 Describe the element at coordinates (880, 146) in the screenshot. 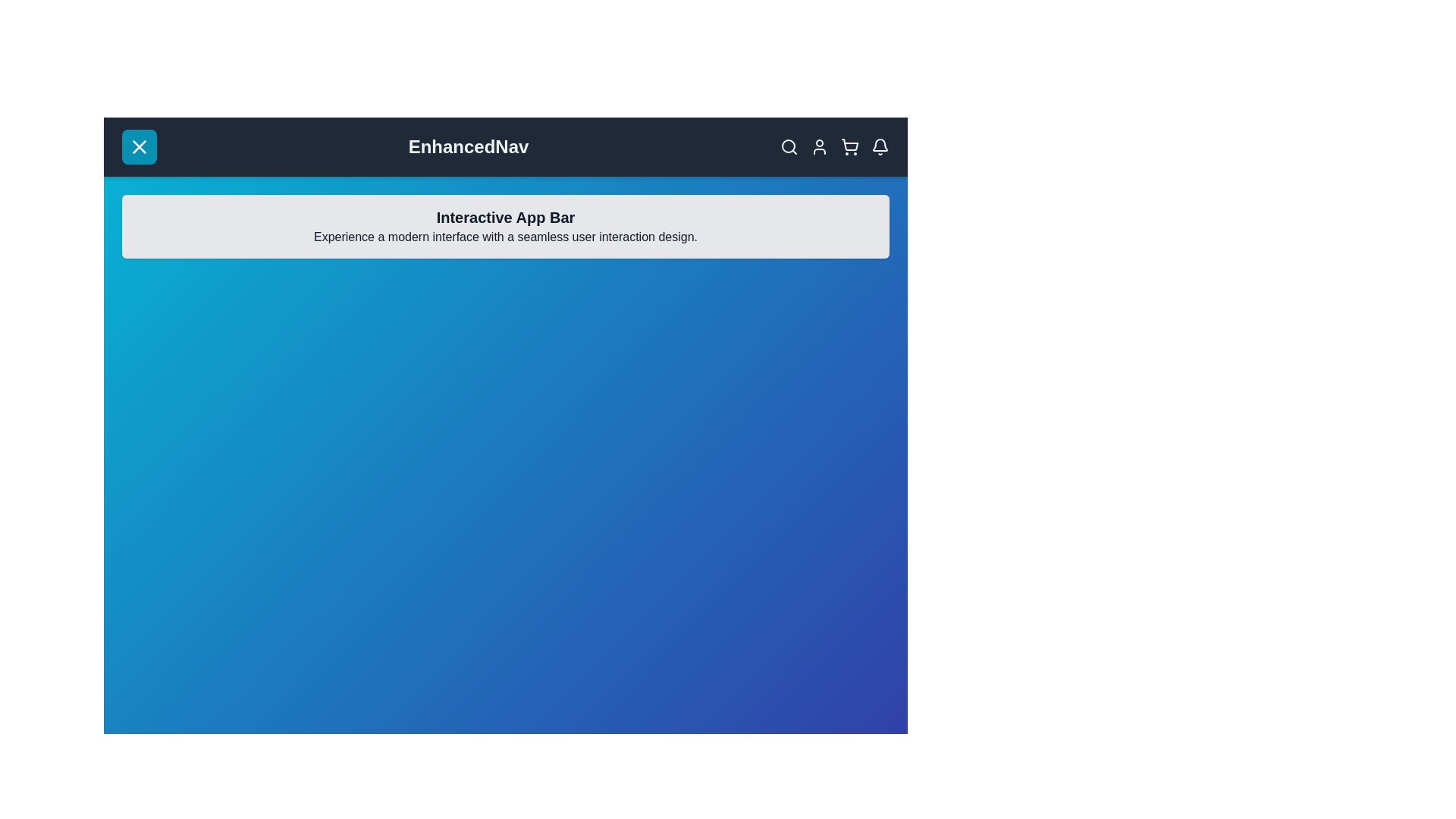

I see `the icon bell to observe its hover effect` at that location.